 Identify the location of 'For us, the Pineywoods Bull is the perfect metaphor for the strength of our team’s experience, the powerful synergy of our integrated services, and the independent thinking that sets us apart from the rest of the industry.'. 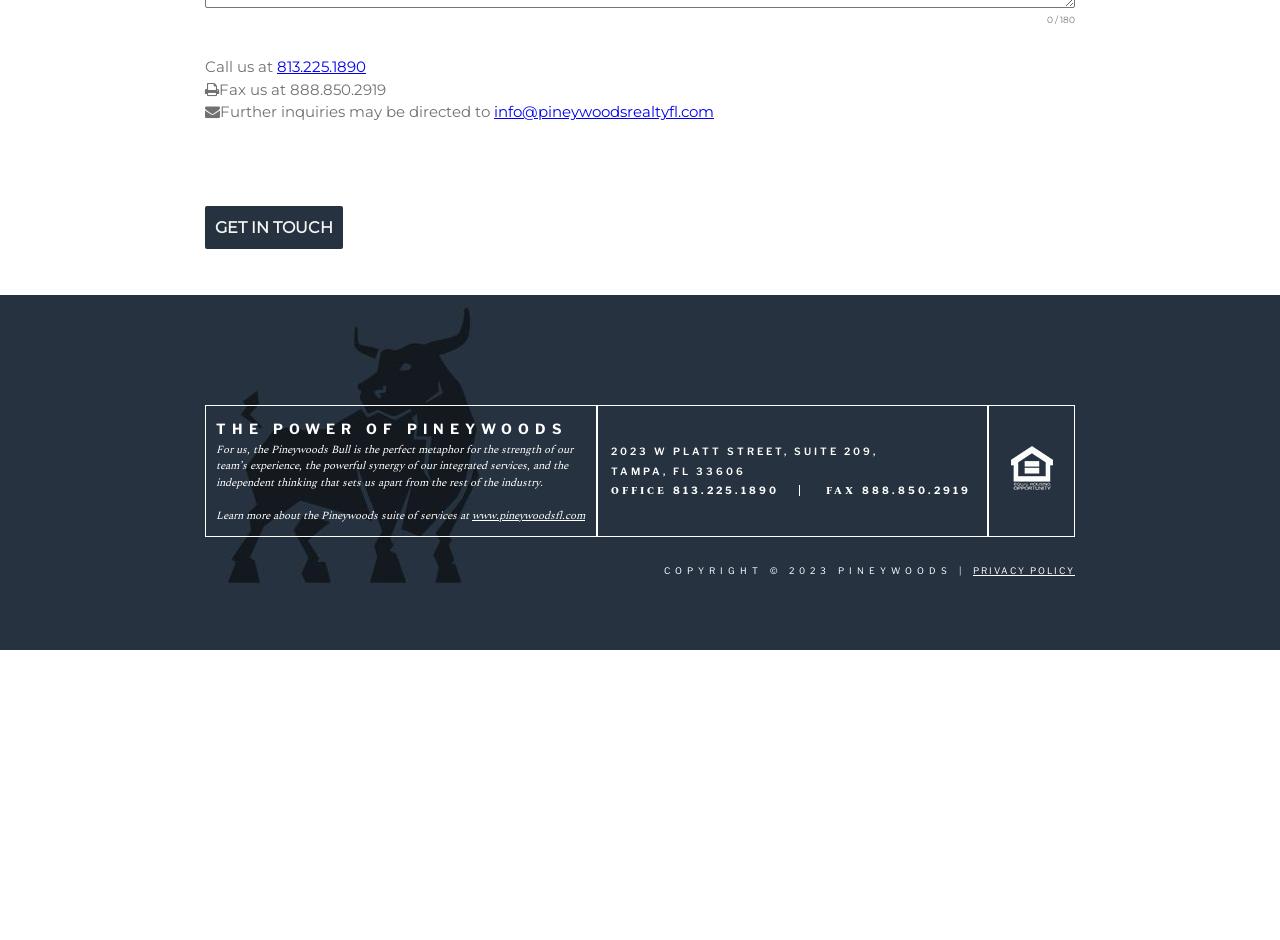
(394, 464).